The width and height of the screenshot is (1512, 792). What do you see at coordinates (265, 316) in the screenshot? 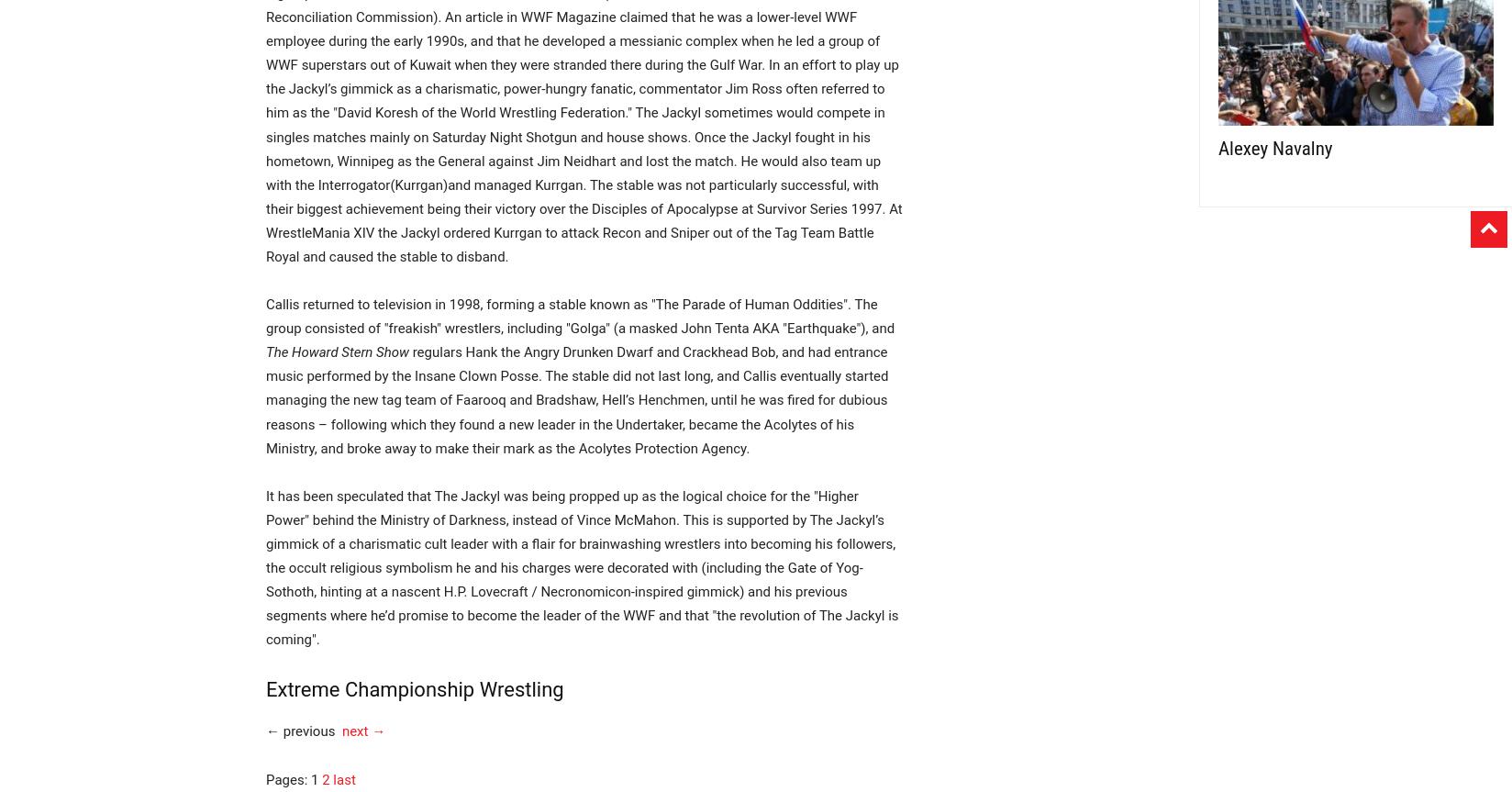
I see `'Callis returned to television in 1998, forming a stable known as "The Parade of Human Oddities". The group consisted of "freakish" wrestlers, including "Golga" (a masked John Tenta AKA "Earthquake"), and'` at bounding box center [265, 316].